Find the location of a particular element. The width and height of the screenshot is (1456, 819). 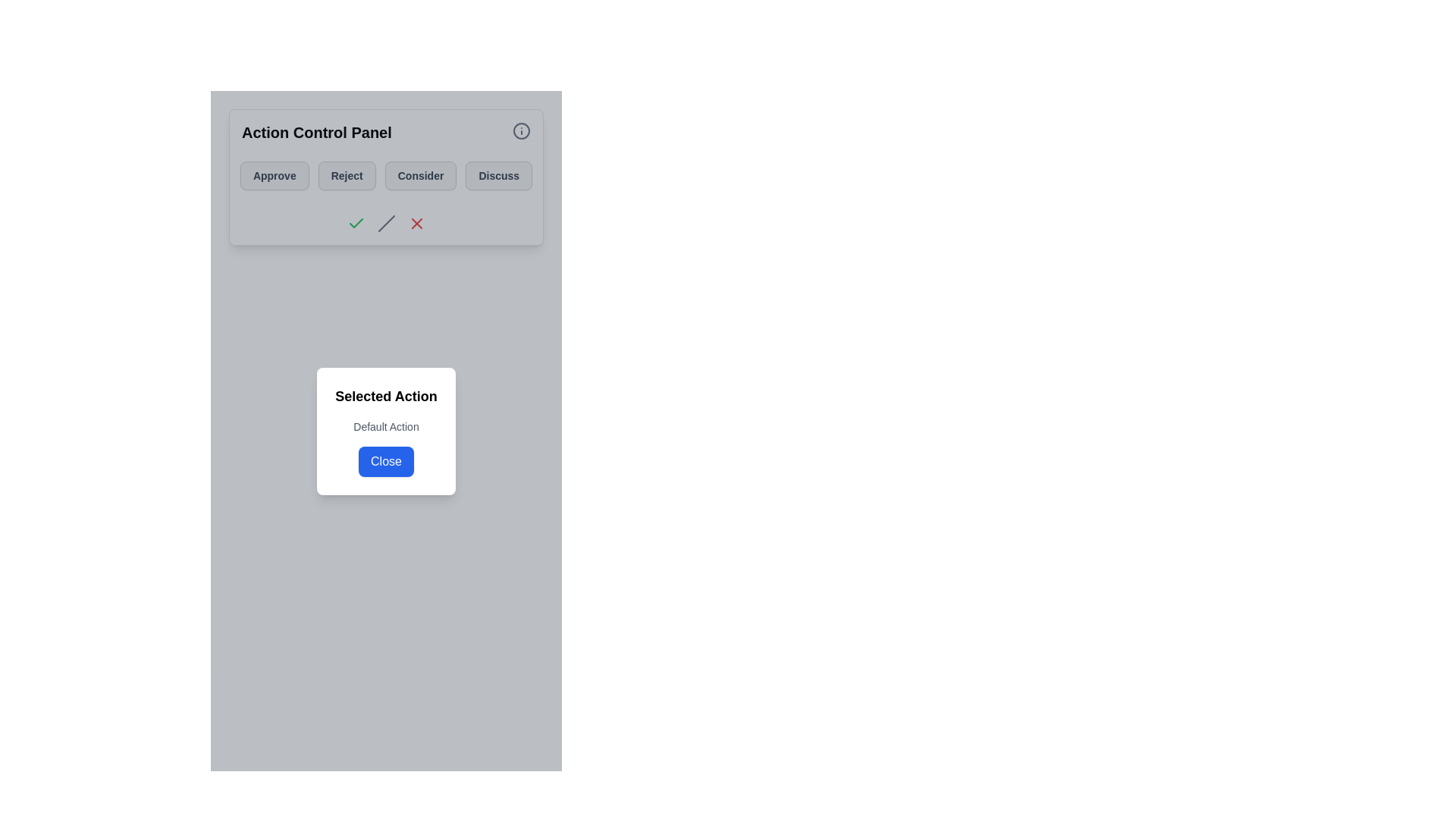

the second icon in the group of three icons within the 'Action Control Panel', which represents a 'disabled' or 'not applicable' function, indicated by its slashing design and gray coloring is located at coordinates (386, 223).